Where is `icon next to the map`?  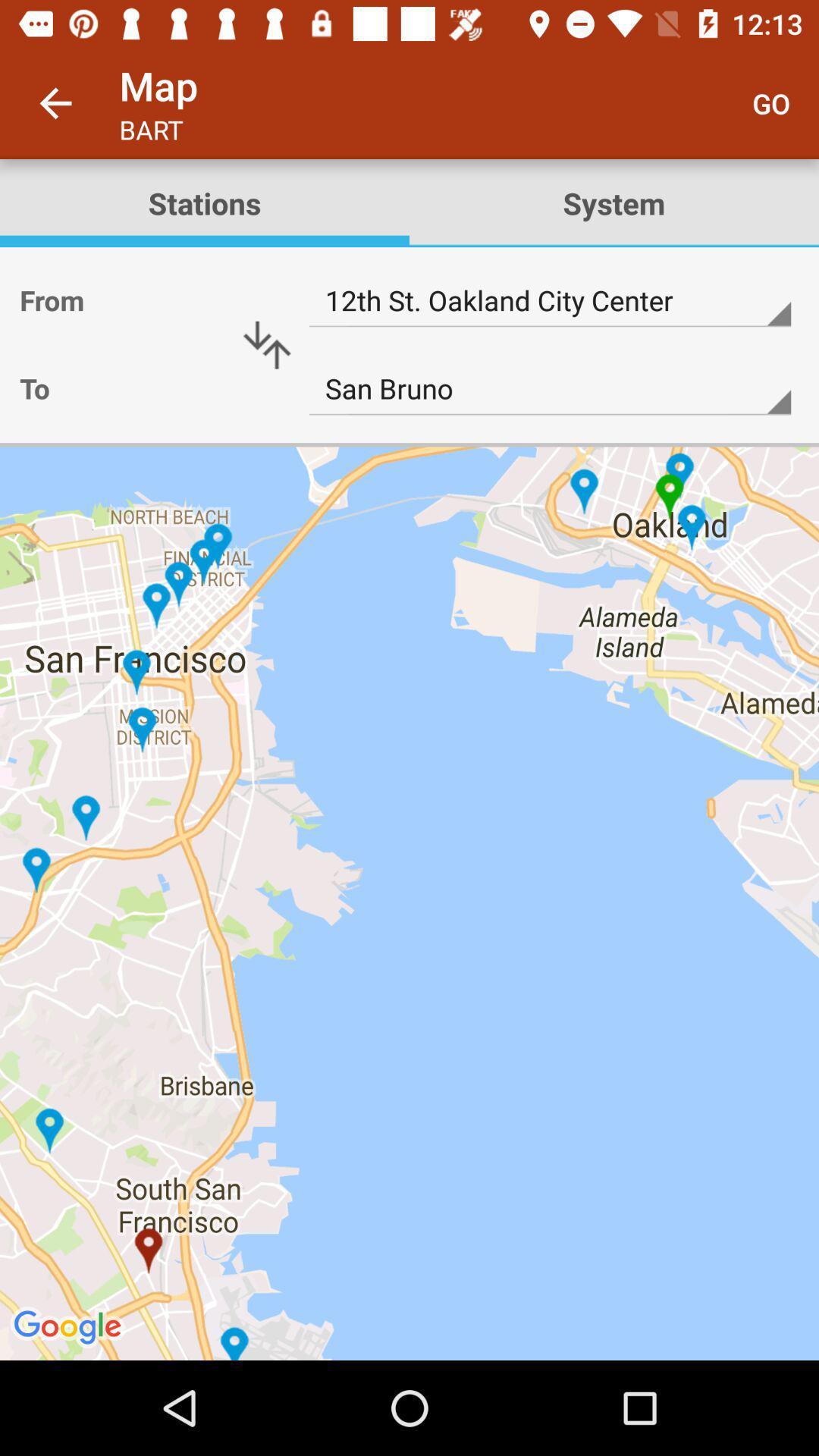 icon next to the map is located at coordinates (55, 102).